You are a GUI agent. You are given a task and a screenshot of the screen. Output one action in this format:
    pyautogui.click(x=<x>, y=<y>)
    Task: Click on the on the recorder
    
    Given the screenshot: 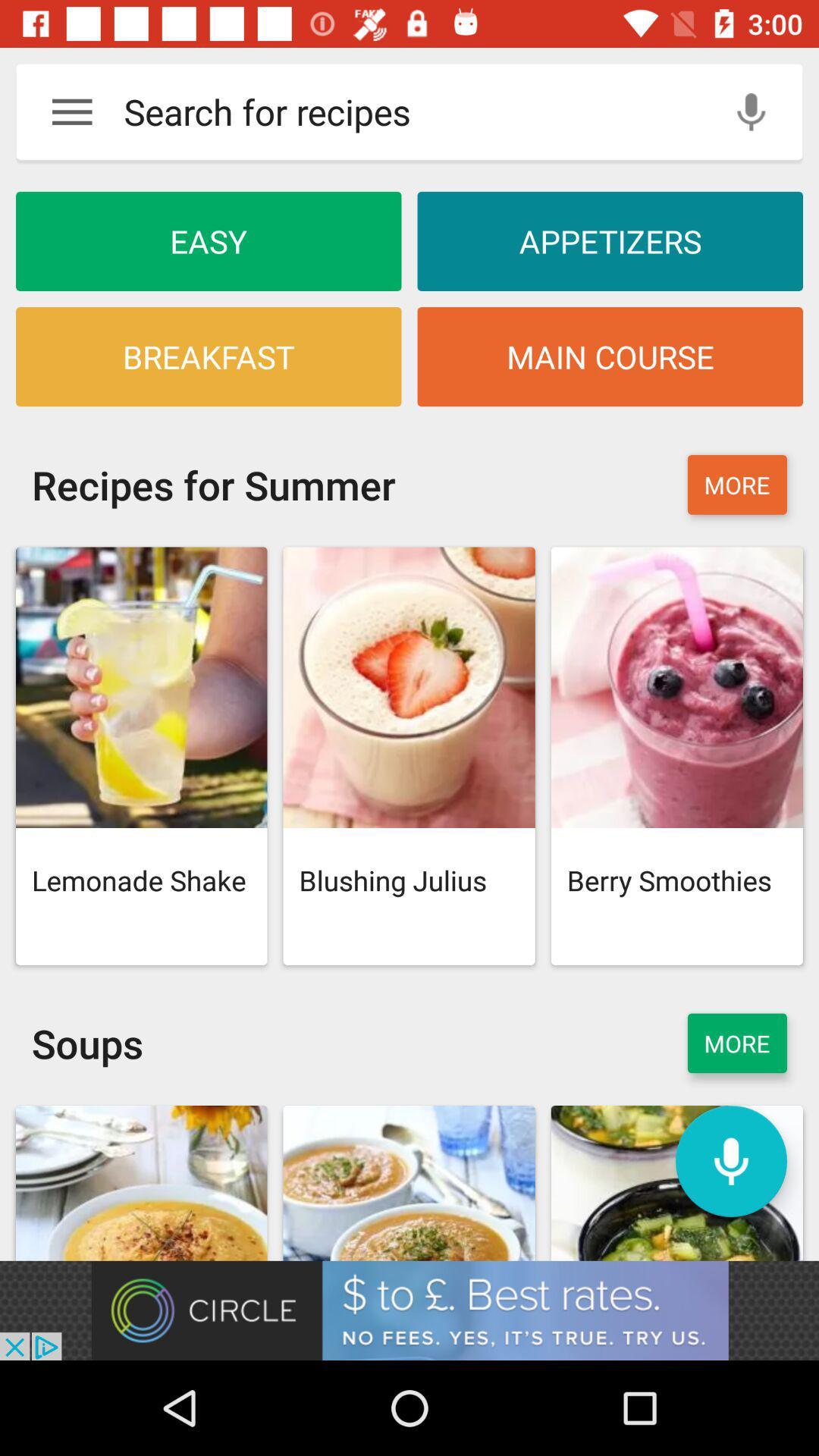 What is the action you would take?
    pyautogui.click(x=730, y=1160)
    